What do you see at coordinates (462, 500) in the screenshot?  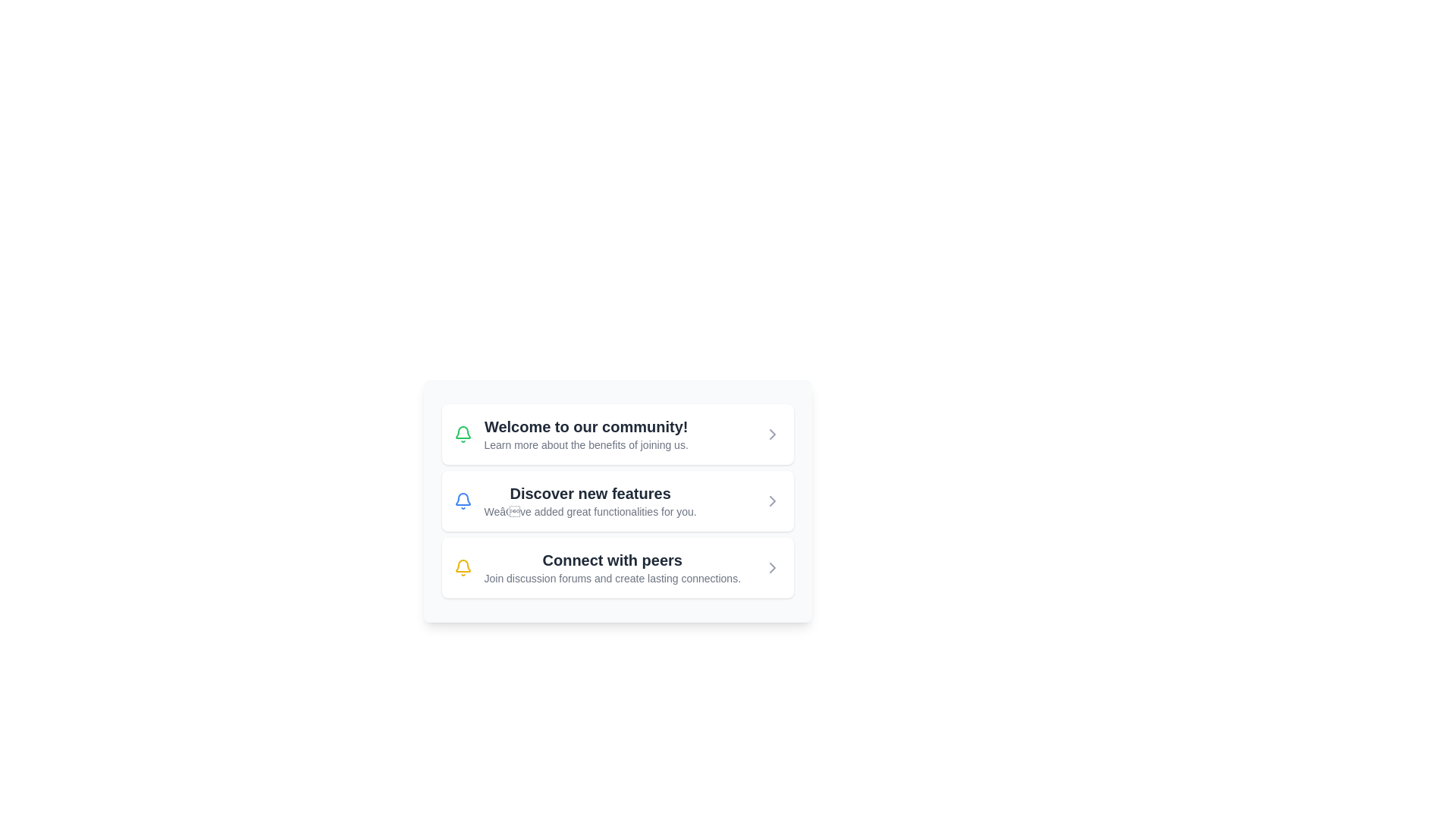 I see `the notification bell icon located in the second card labeled 'Discover new features'` at bounding box center [462, 500].